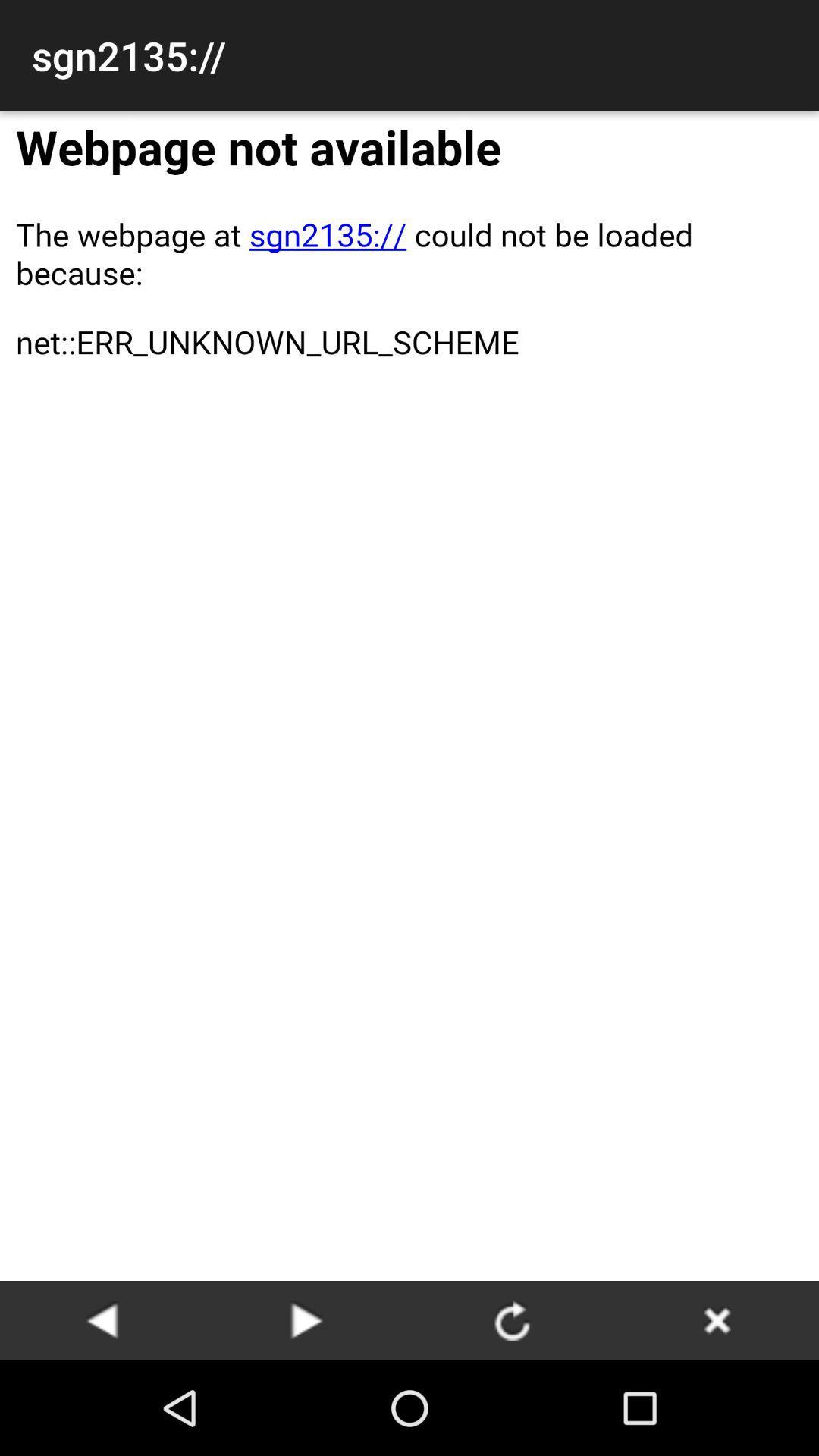  I want to click on page, so click(102, 1319).